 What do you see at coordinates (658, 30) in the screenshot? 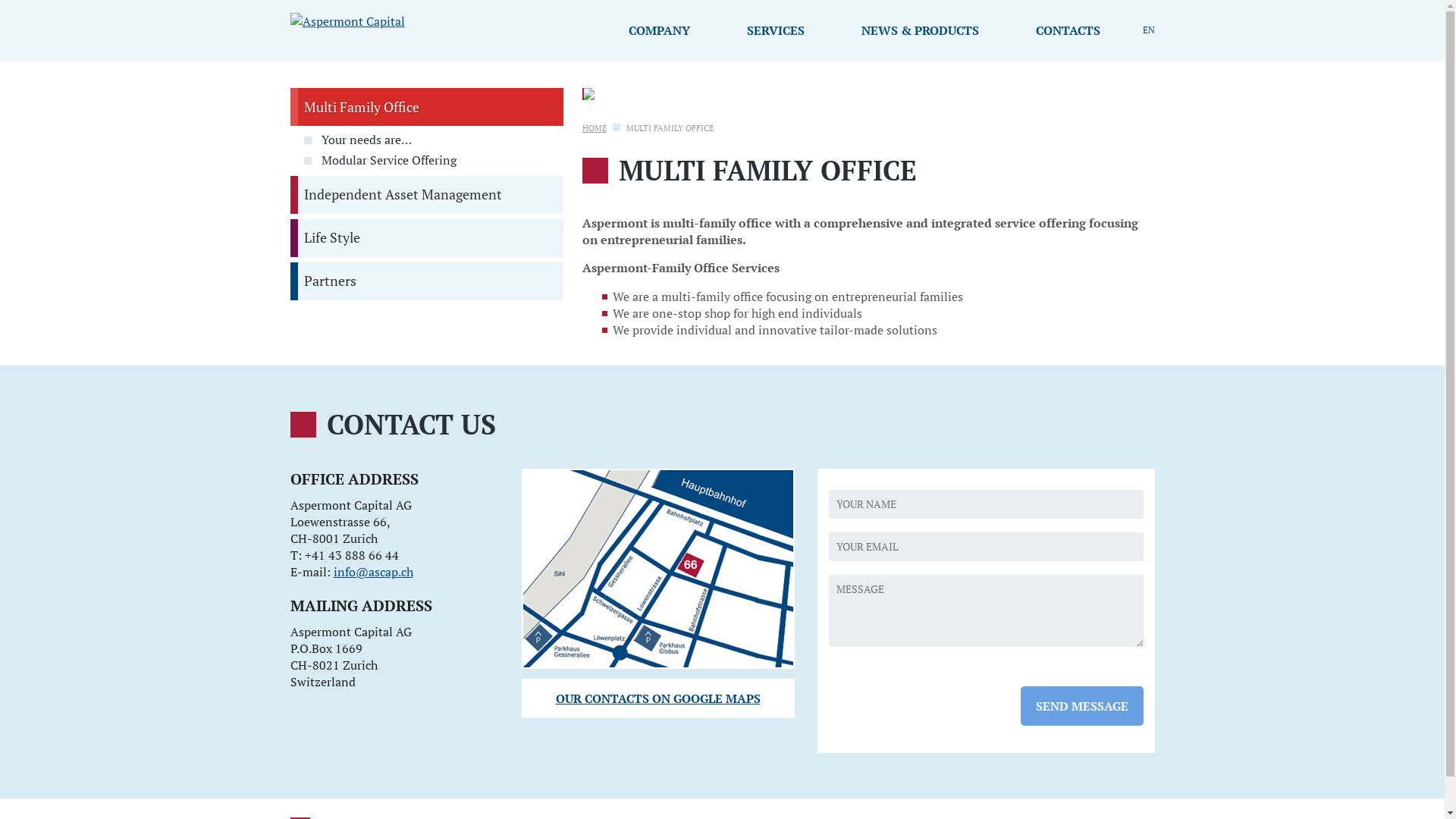
I see `'COMPANY'` at bounding box center [658, 30].